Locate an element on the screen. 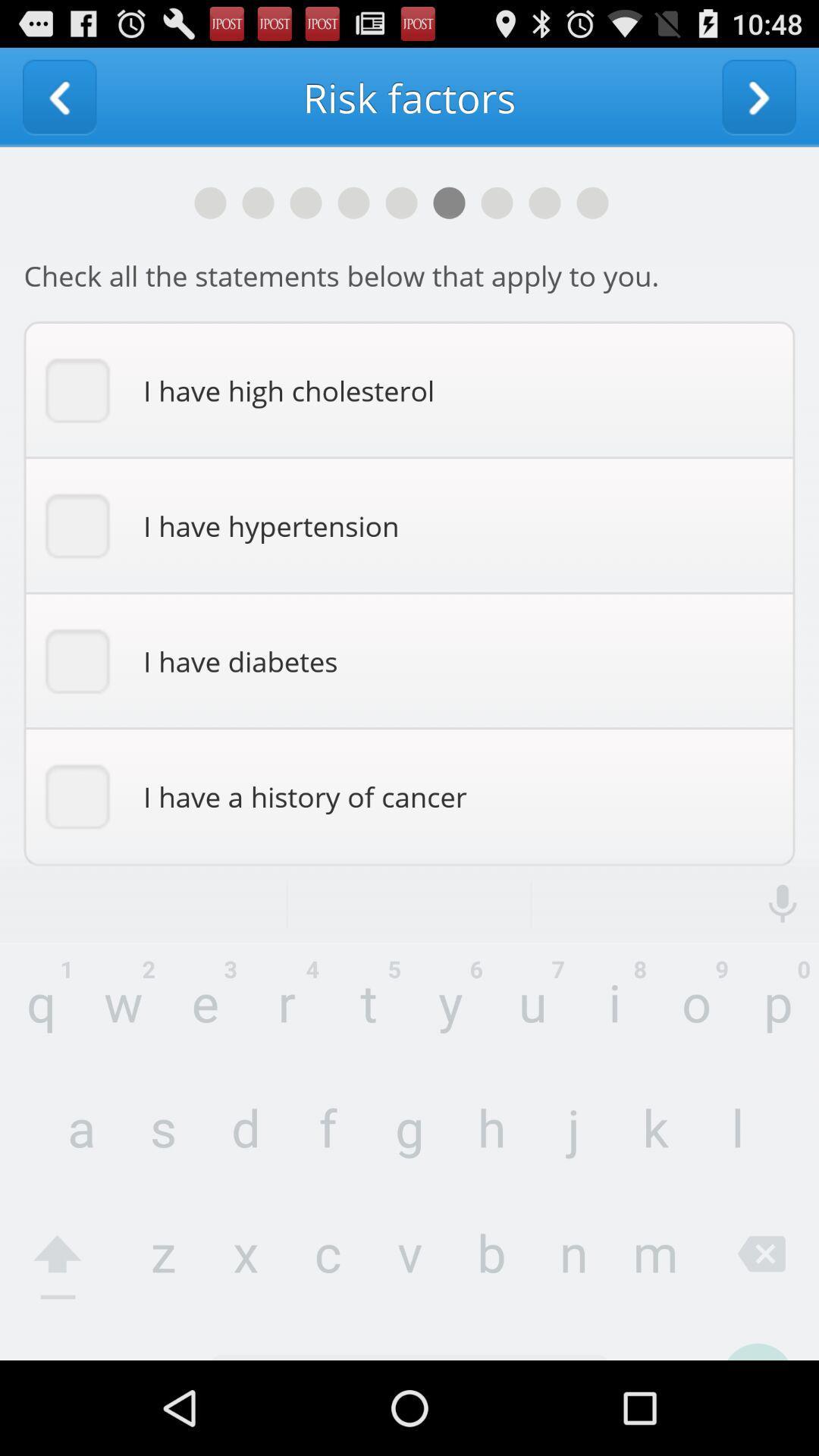 The height and width of the screenshot is (1456, 819). to go next window is located at coordinates (759, 96).